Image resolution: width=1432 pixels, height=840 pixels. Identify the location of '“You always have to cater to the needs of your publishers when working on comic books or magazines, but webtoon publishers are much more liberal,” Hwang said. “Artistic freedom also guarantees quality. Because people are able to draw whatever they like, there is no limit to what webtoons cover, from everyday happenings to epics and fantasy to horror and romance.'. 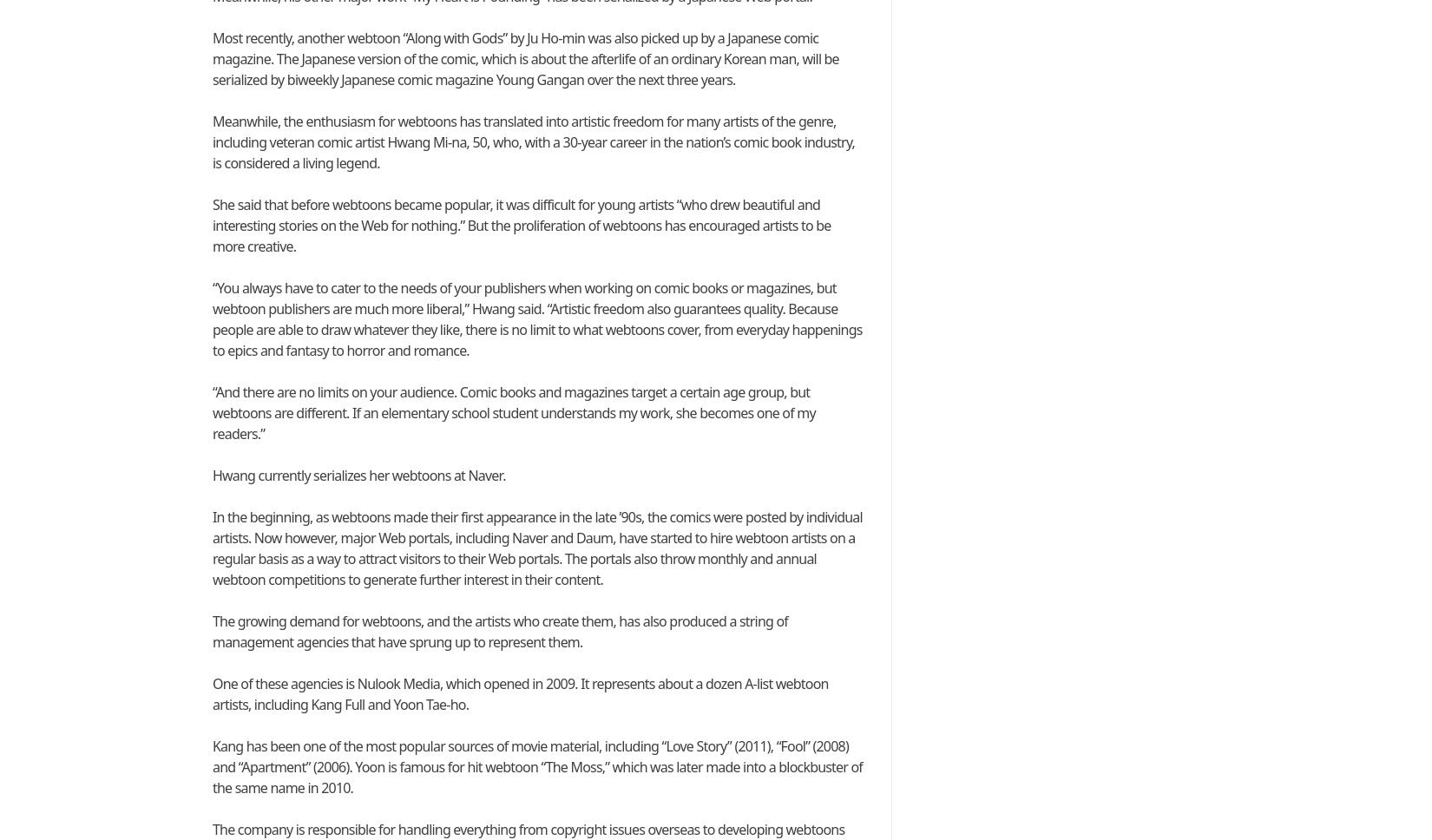
(536, 318).